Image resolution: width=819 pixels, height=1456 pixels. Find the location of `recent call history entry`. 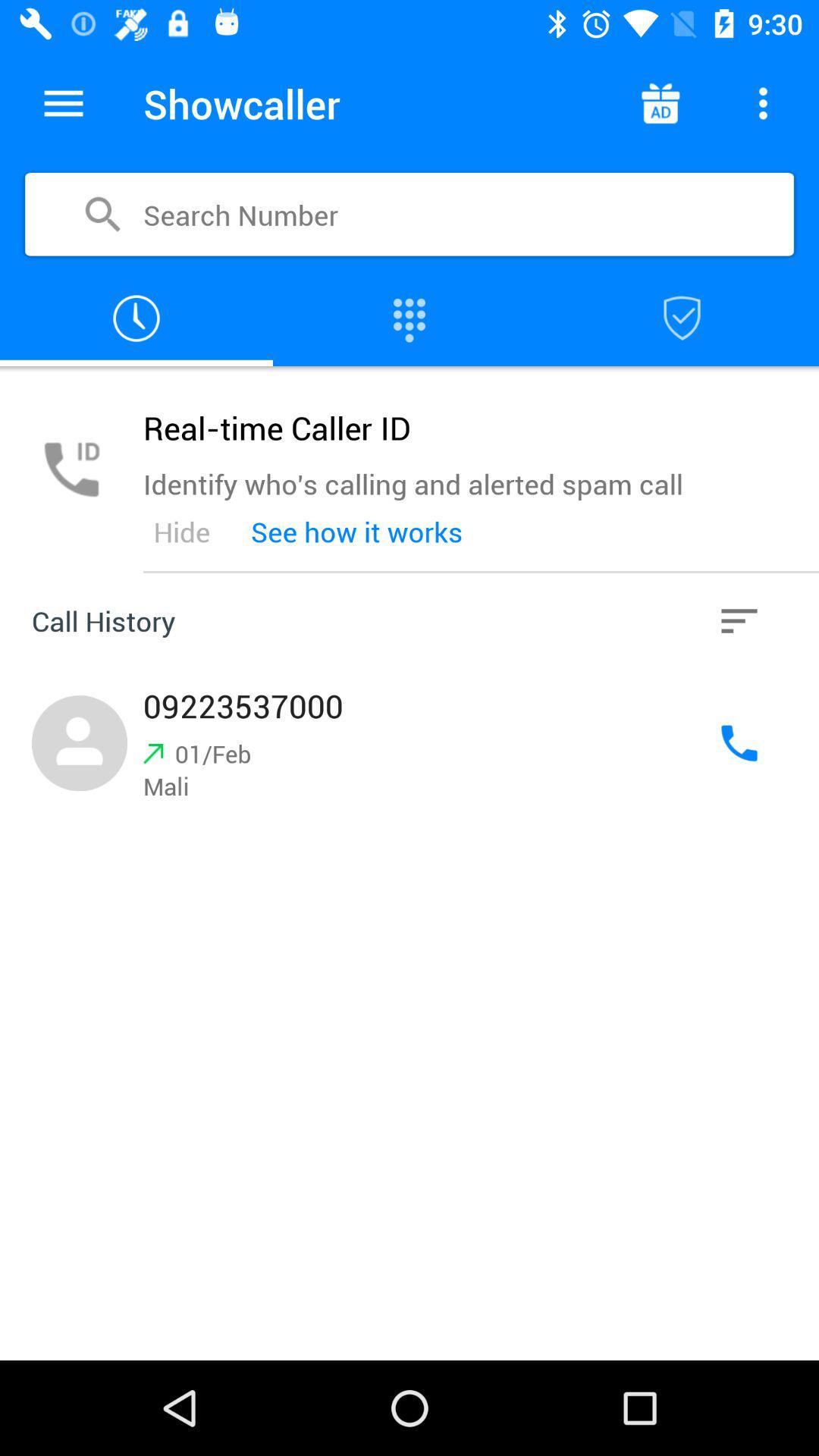

recent call history entry is located at coordinates (409, 743).